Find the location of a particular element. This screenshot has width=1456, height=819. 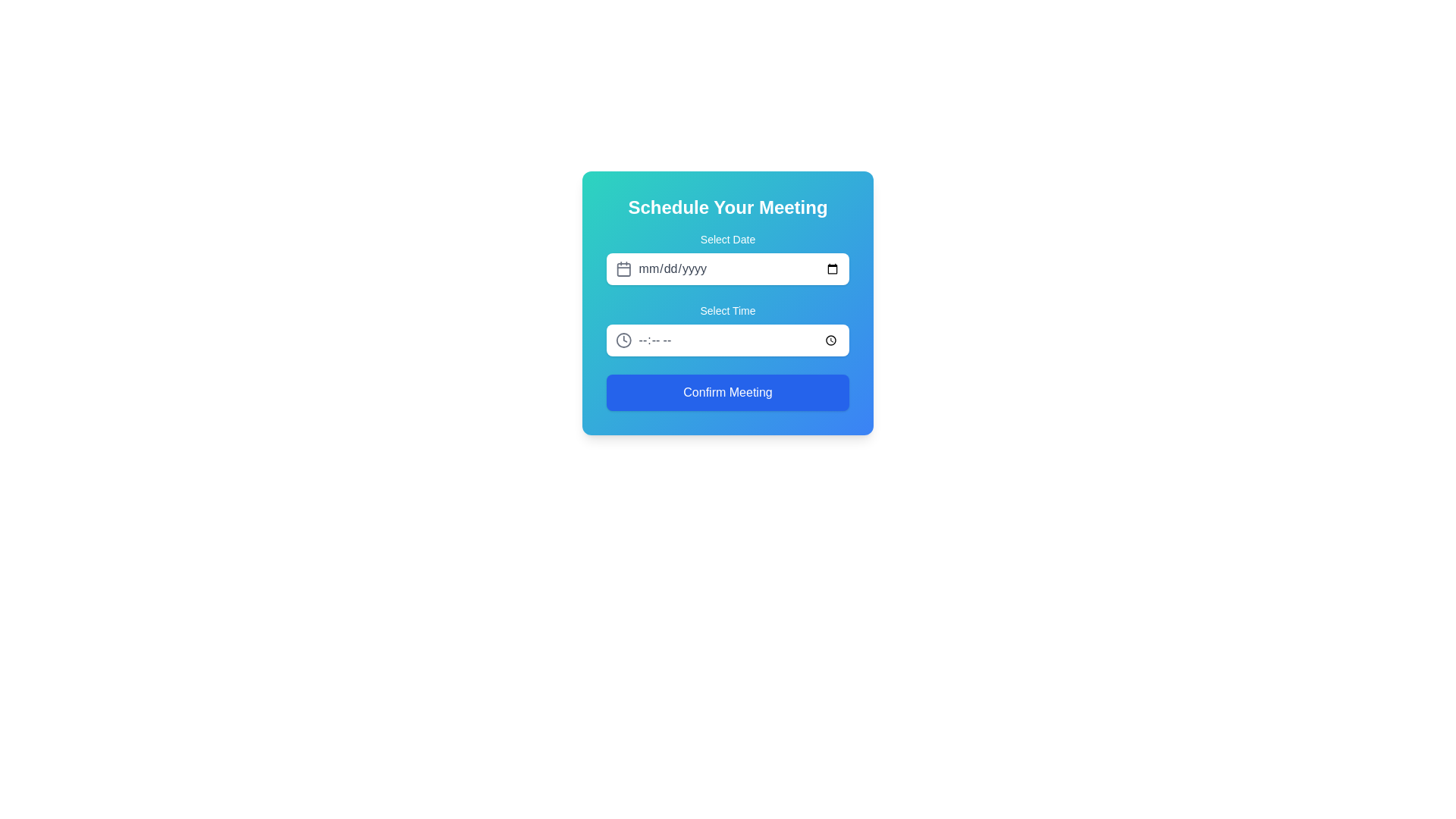

the central body of the calendar icon located to the left of the 'Select Date' input field in the scheduling interface is located at coordinates (623, 268).